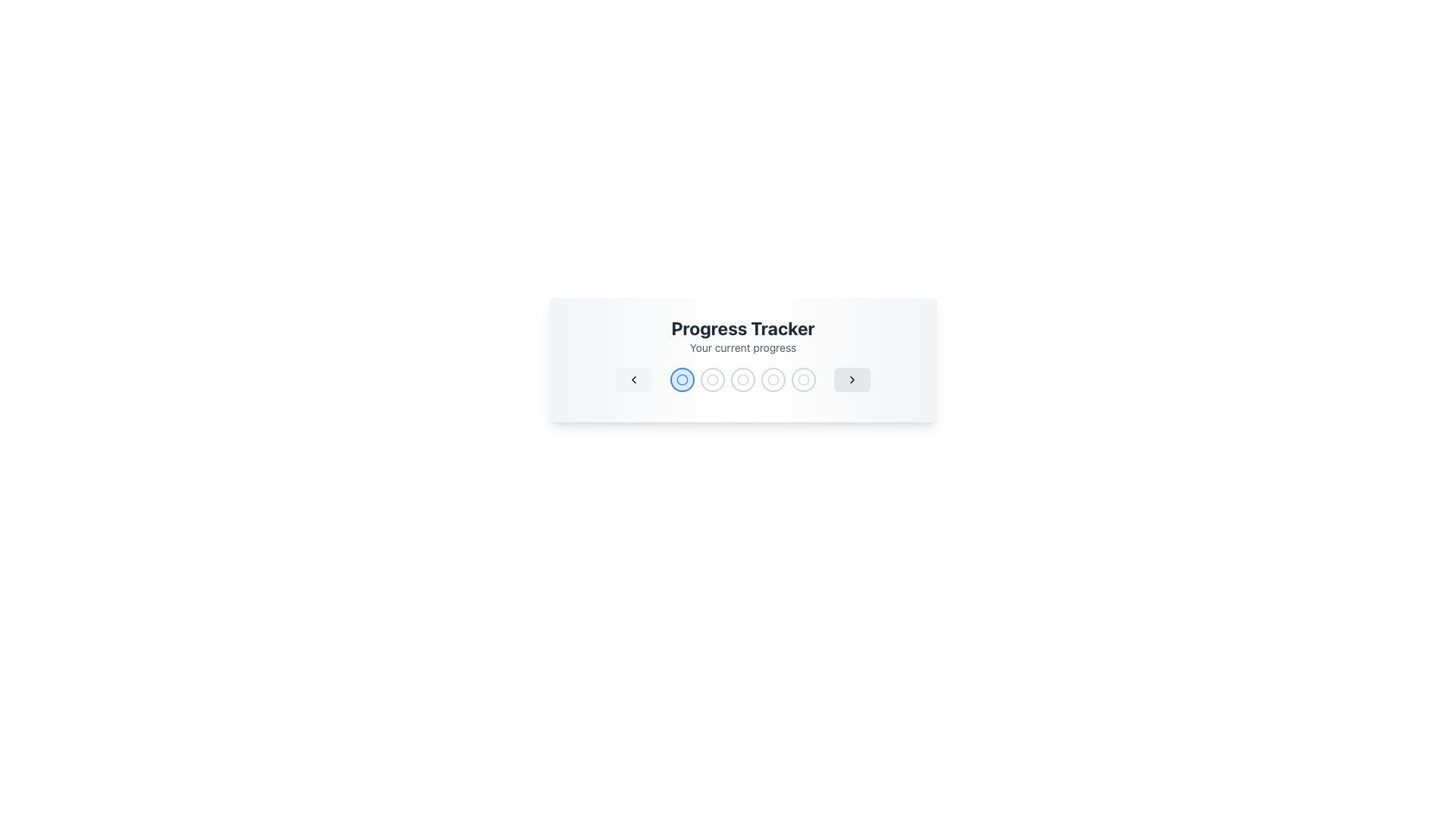 Image resolution: width=1456 pixels, height=819 pixels. I want to click on the first circular progress indicator located under the 'Progress Tracker' title, so click(682, 379).